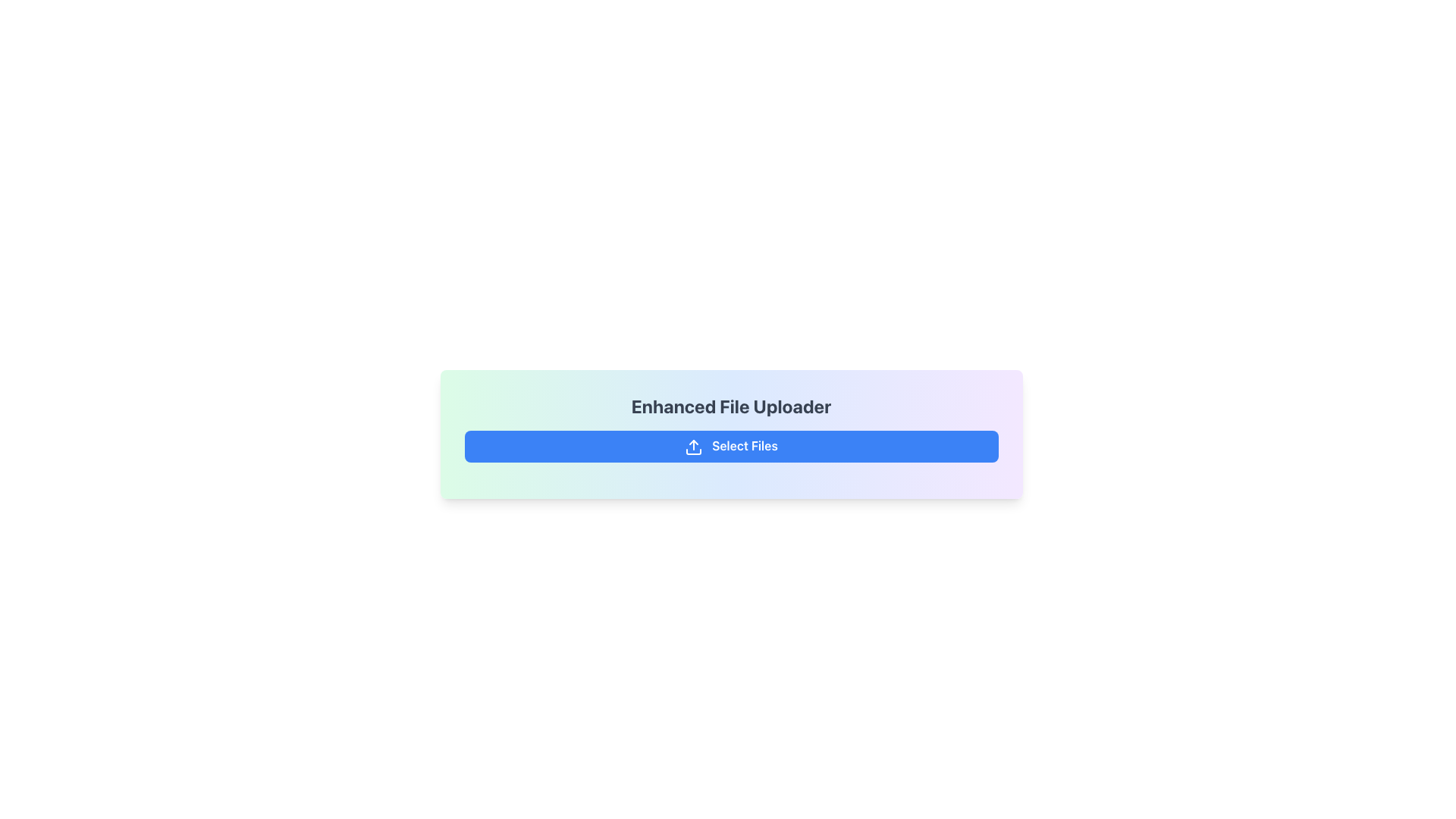 The width and height of the screenshot is (1456, 819). Describe the element at coordinates (693, 446) in the screenshot. I see `the upload icon located on the left side of the 'Select Files' button, which is a blue button near the bottom of the interface` at that location.